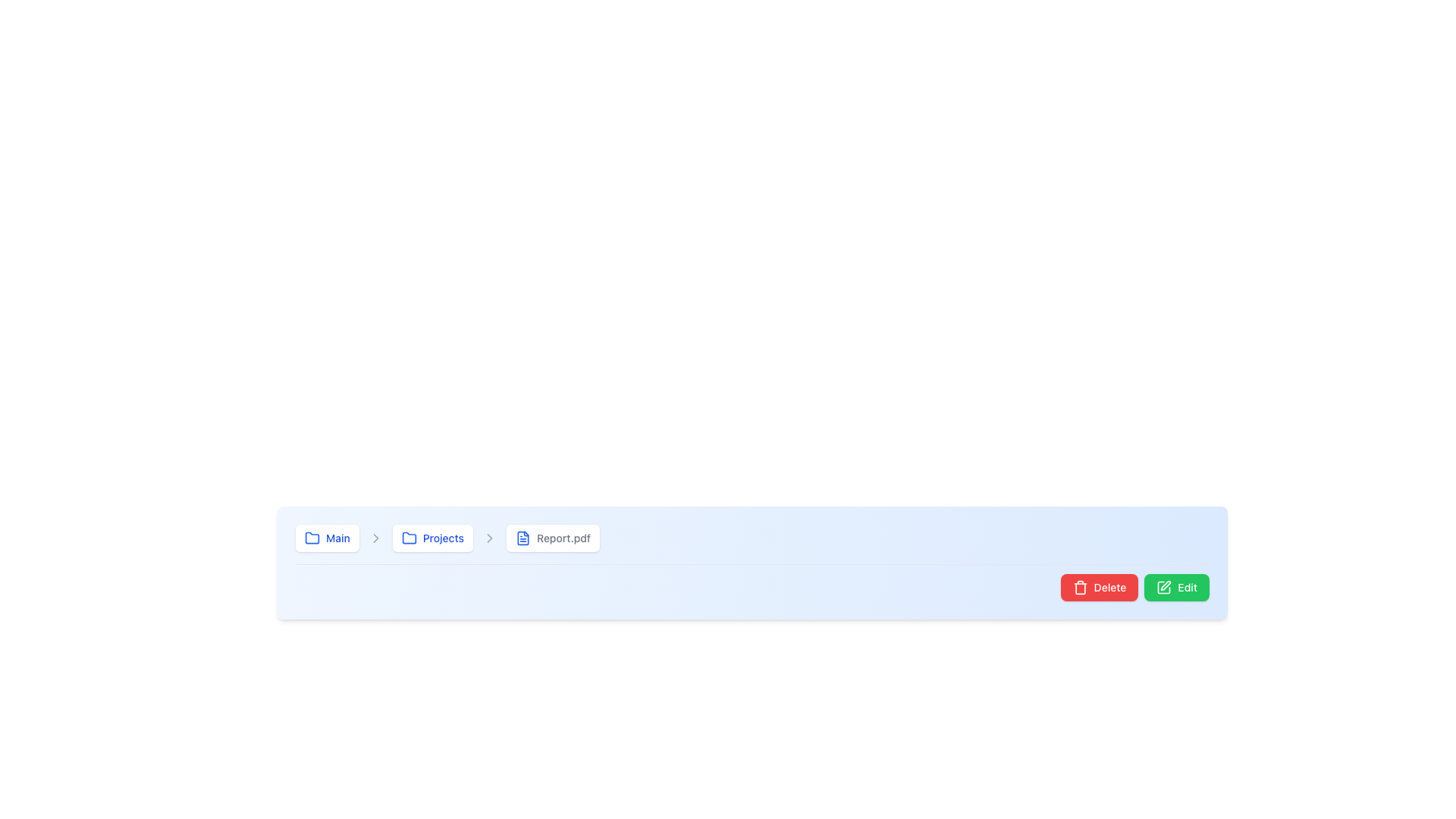 The image size is (1456, 819). I want to click on the blue document icon located to the left of the 'Report.pdf' text in the breadcrumb navigation bar, so click(523, 537).